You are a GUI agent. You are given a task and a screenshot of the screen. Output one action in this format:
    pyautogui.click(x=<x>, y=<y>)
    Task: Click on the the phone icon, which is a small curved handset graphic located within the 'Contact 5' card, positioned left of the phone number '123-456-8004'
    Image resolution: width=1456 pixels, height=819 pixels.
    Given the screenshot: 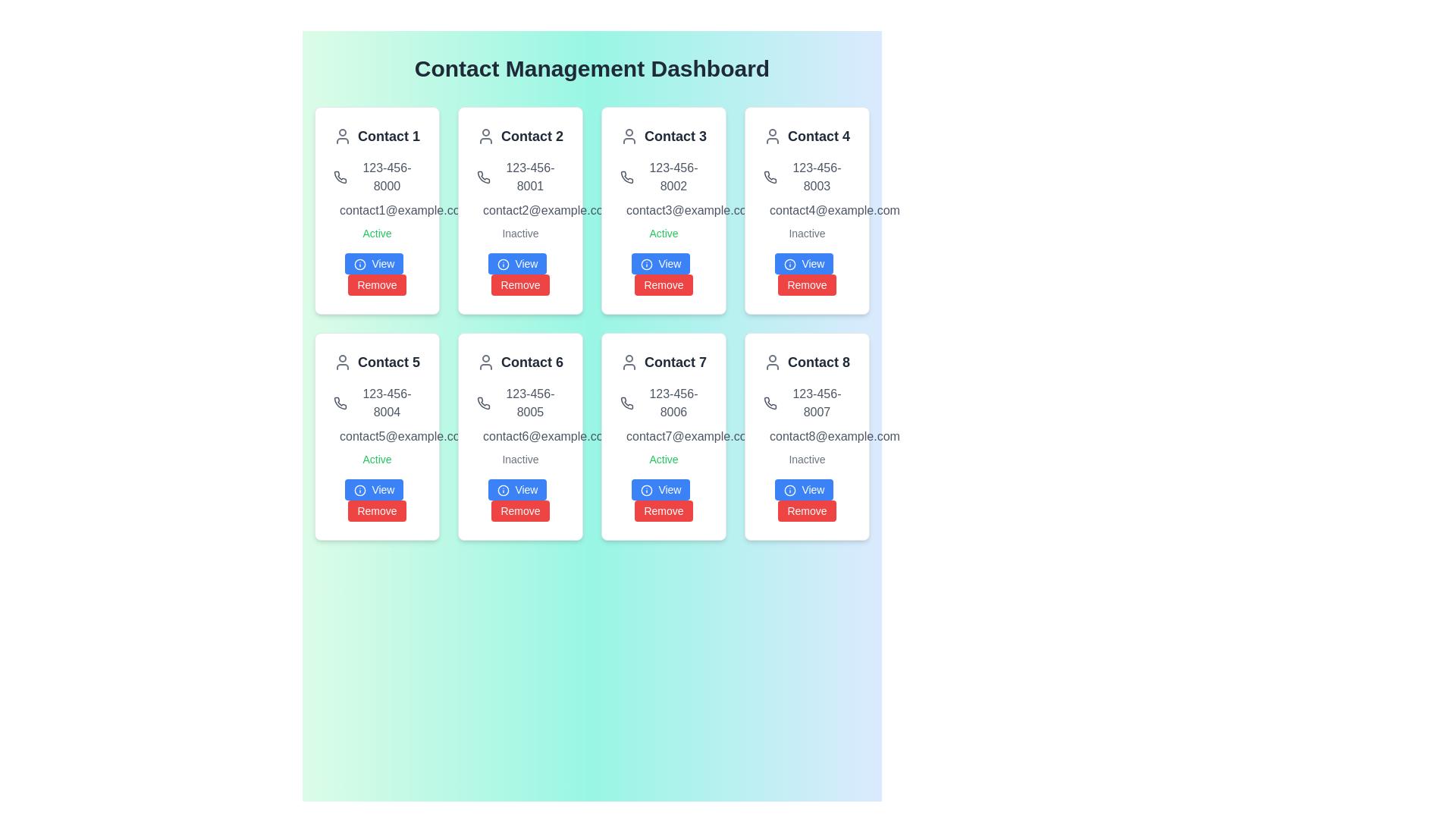 What is the action you would take?
    pyautogui.click(x=339, y=403)
    